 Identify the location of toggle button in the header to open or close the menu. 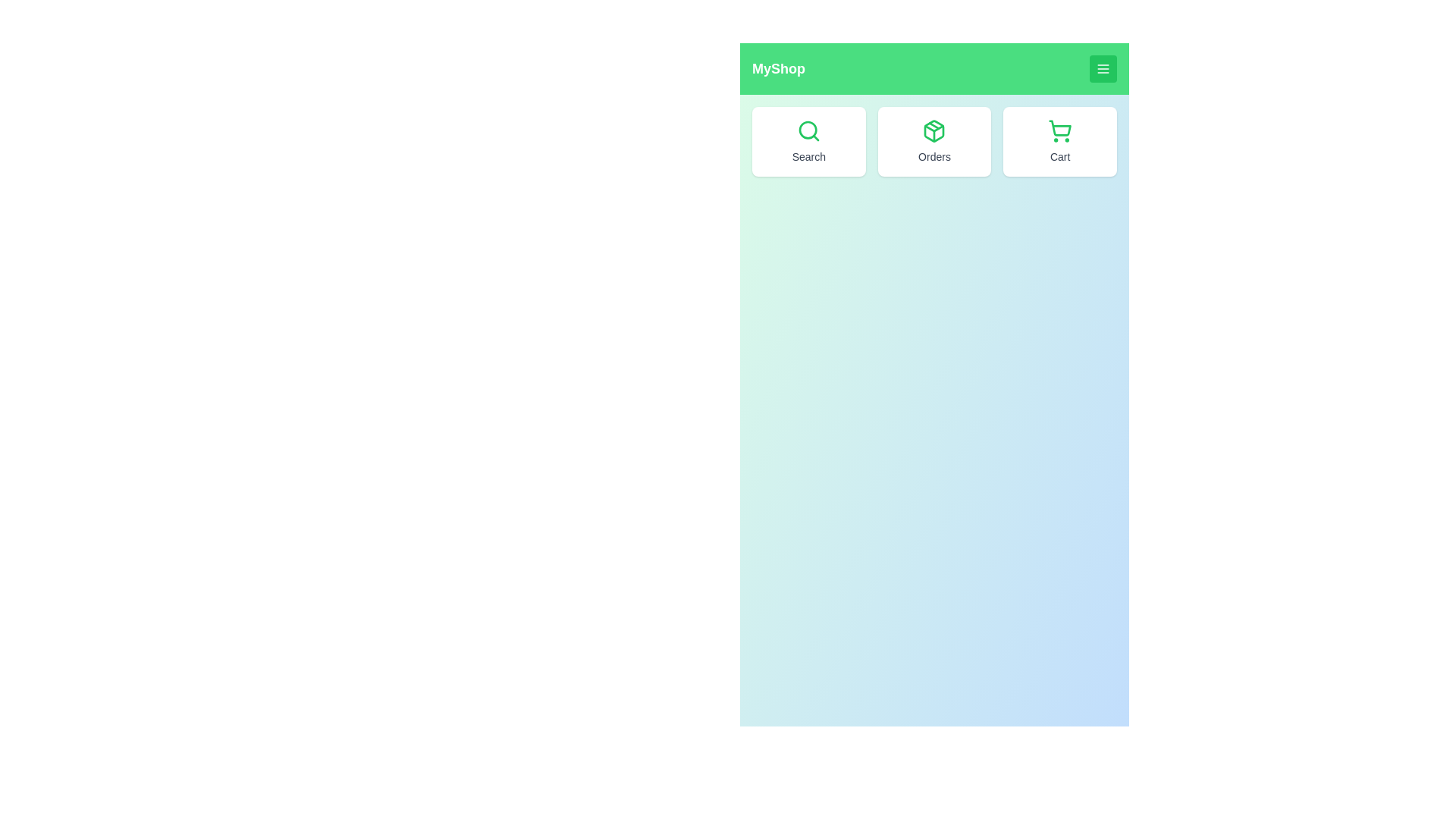
(1103, 69).